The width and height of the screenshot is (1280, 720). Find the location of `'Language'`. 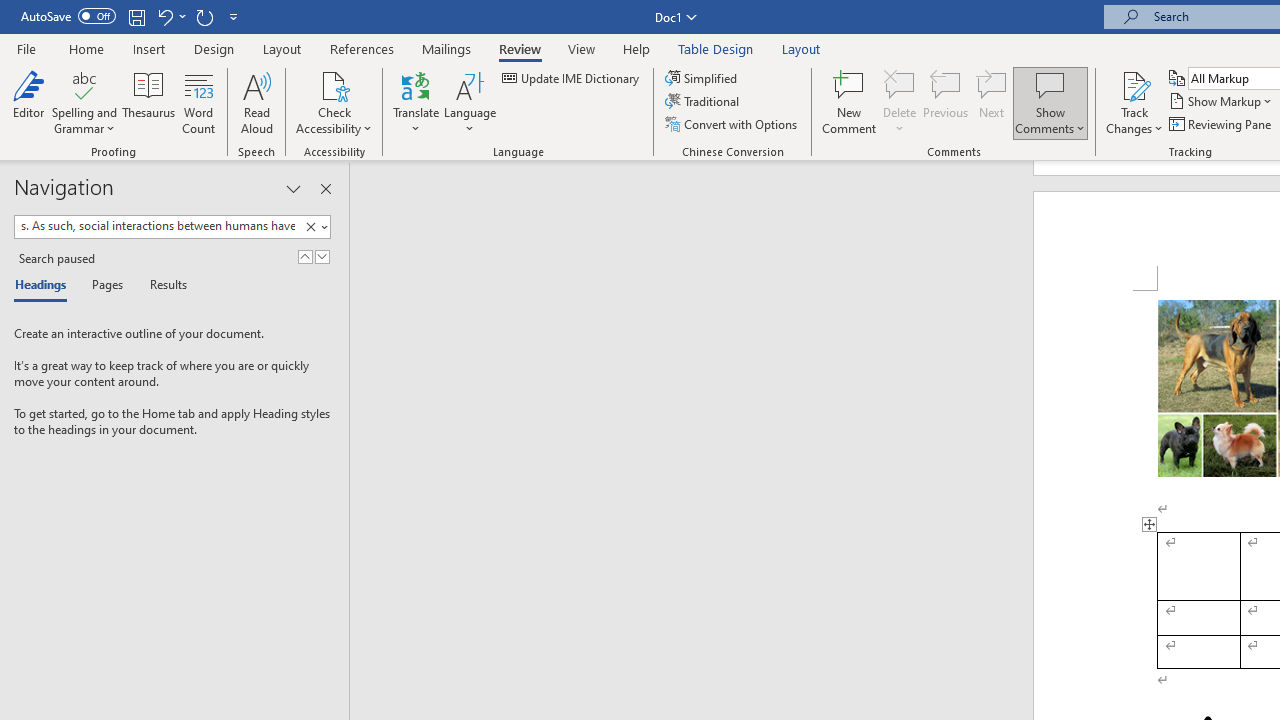

'Language' is located at coordinates (469, 103).